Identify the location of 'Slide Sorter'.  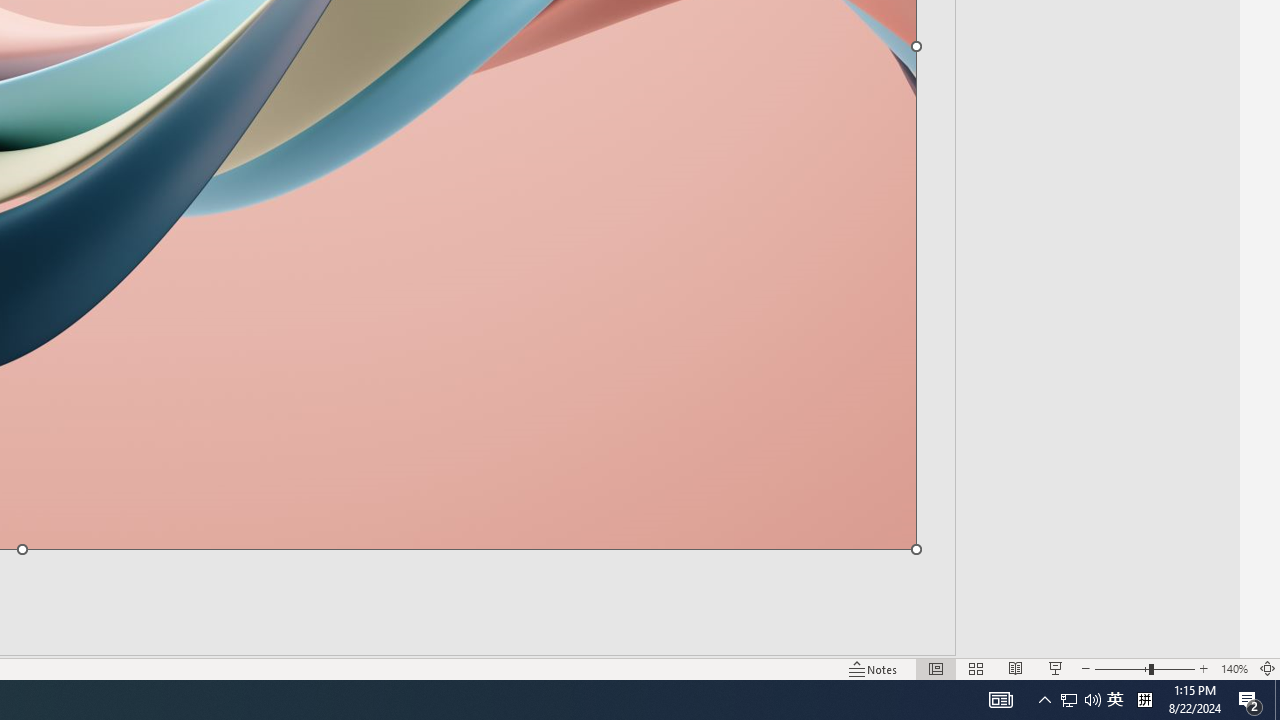
(976, 669).